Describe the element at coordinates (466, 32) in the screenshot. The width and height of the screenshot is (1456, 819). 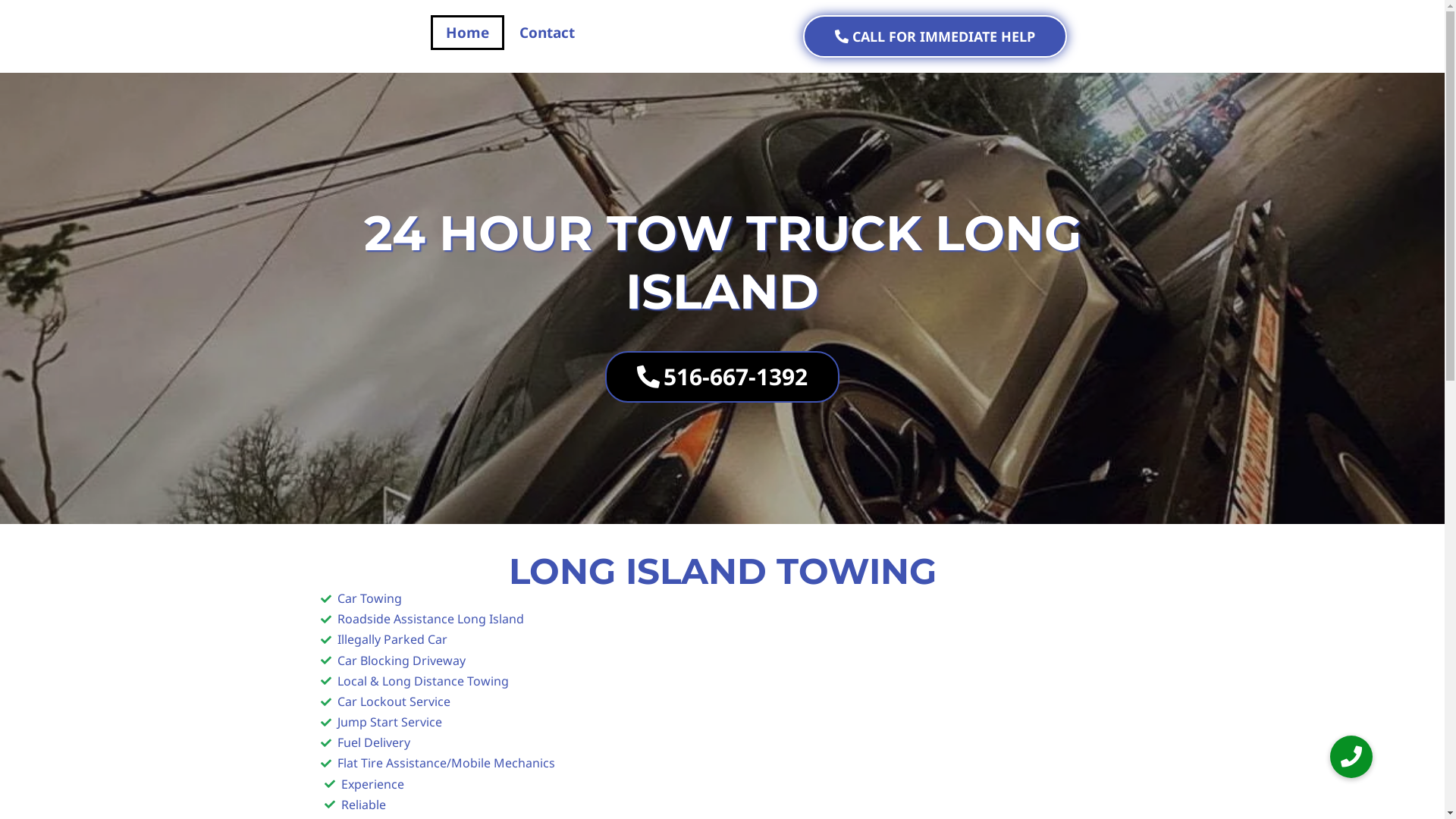
I see `'Home'` at that location.